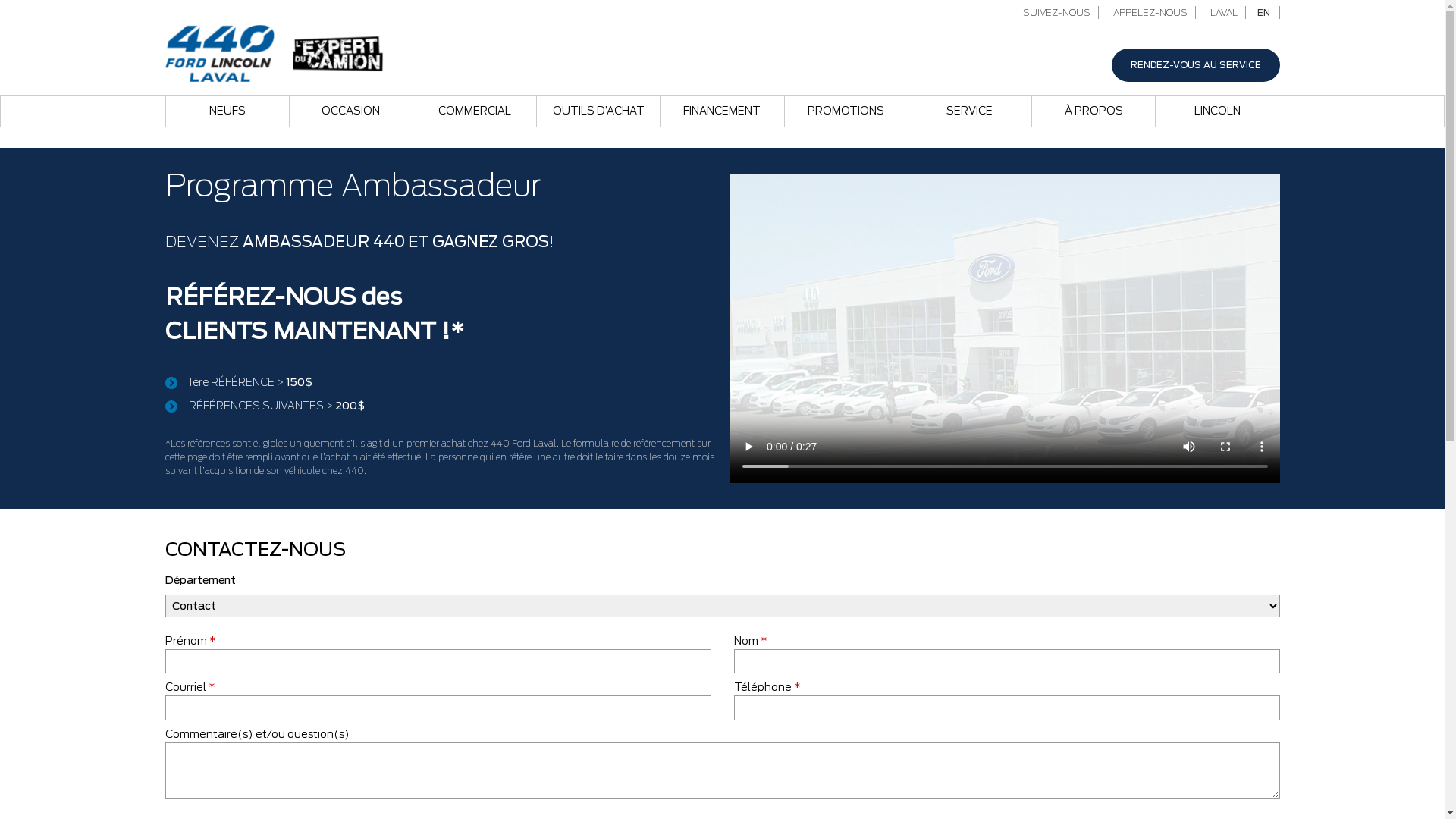 Image resolution: width=1456 pixels, height=819 pixels. Describe the element at coordinates (1195, 64) in the screenshot. I see `'RENDEZ-VOUS AU SERVICE'` at that location.